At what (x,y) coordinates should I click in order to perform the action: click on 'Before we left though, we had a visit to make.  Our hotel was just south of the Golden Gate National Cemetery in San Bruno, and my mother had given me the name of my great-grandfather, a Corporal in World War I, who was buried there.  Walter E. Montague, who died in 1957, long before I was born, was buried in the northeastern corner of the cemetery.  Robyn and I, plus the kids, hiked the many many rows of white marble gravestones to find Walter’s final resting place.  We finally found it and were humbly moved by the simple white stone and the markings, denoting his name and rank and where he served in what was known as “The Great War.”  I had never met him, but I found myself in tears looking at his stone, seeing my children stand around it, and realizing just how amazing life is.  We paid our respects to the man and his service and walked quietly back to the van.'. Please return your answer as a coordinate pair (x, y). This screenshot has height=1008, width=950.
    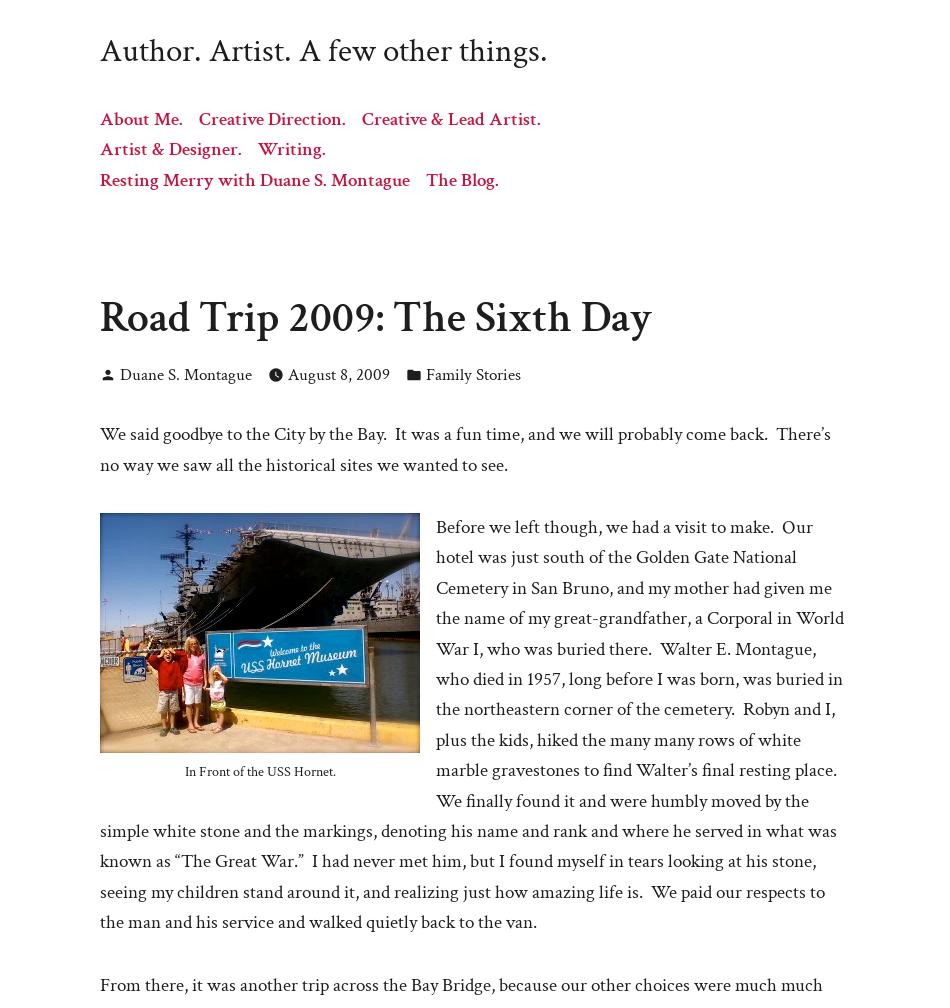
    Looking at the image, I should click on (470, 724).